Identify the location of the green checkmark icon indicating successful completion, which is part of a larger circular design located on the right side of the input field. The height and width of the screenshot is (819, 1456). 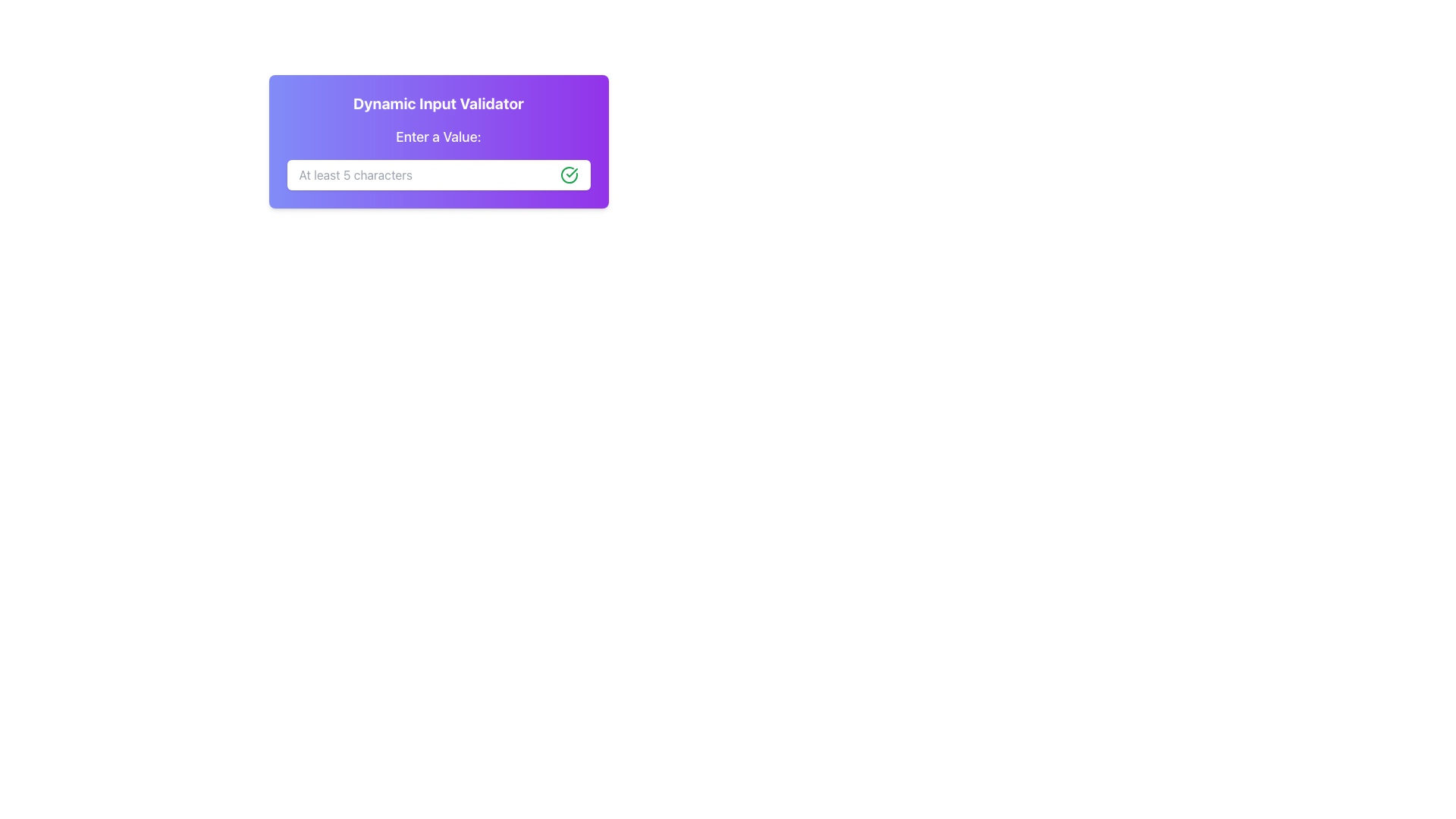
(570, 171).